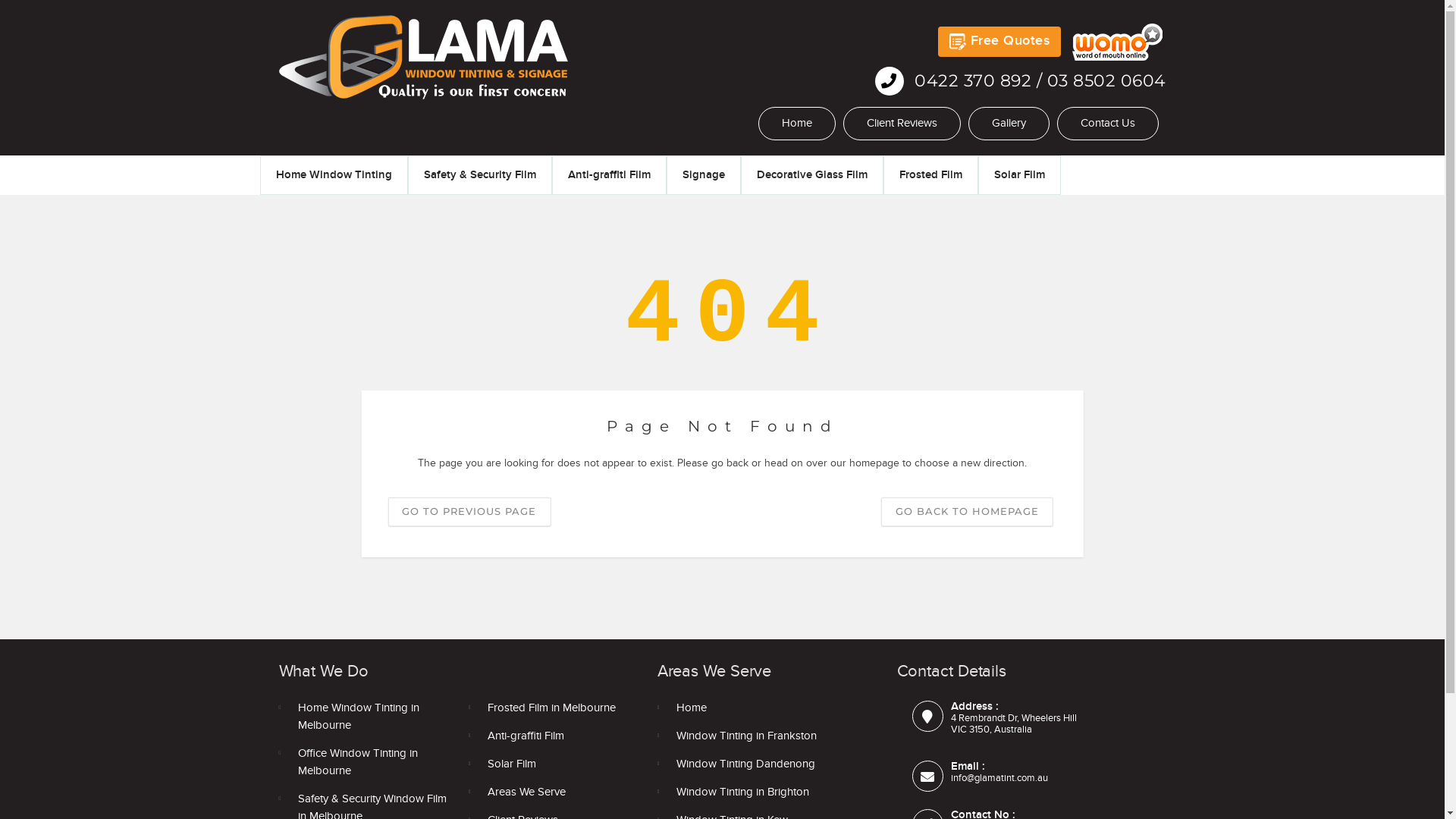 Image resolution: width=1456 pixels, height=819 pixels. I want to click on 'GO TO PREVIOUS PAGE', so click(387, 511).